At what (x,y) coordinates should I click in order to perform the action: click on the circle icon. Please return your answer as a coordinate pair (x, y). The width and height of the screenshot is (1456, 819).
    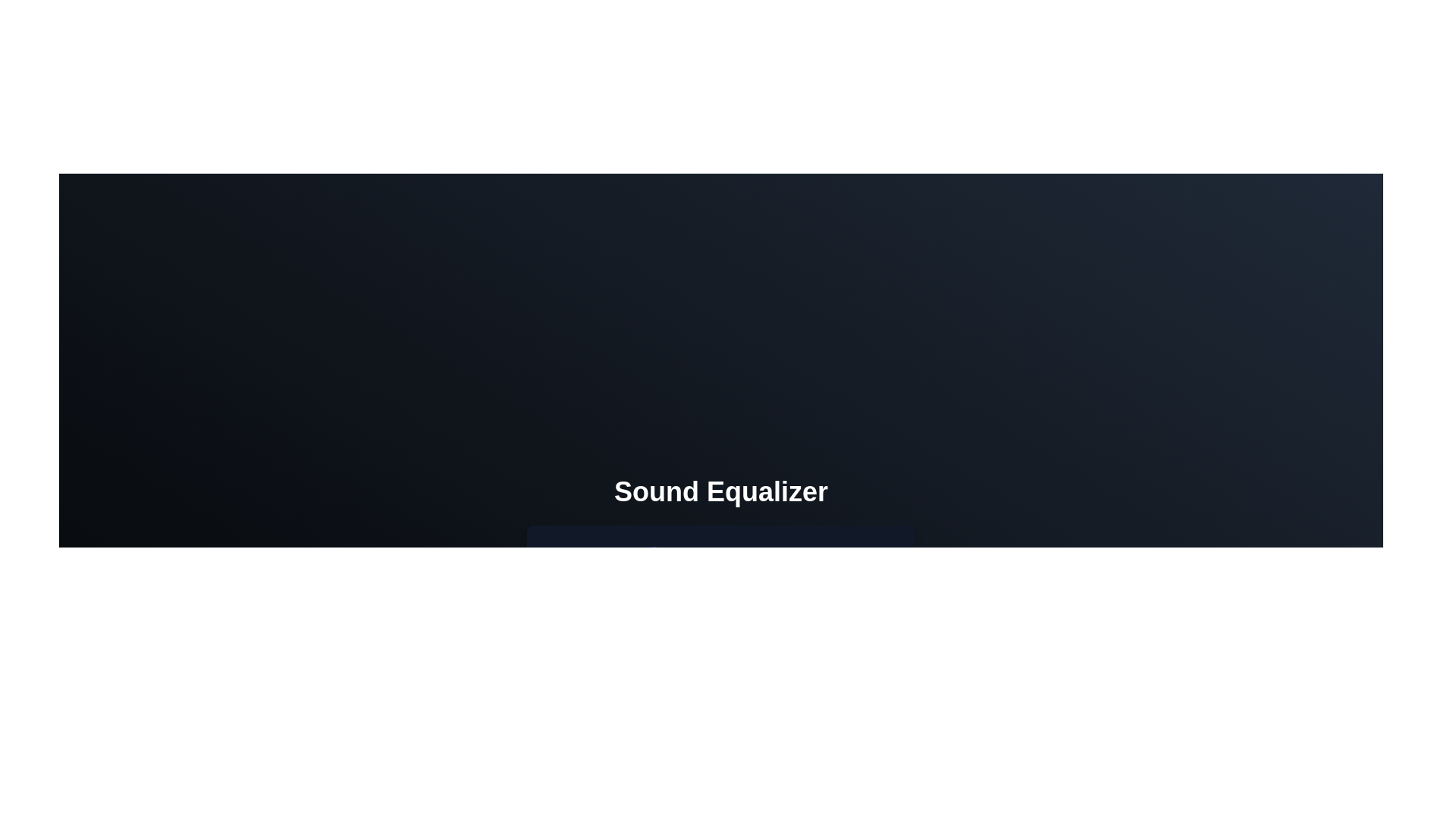
    Looking at the image, I should click on (742, 673).